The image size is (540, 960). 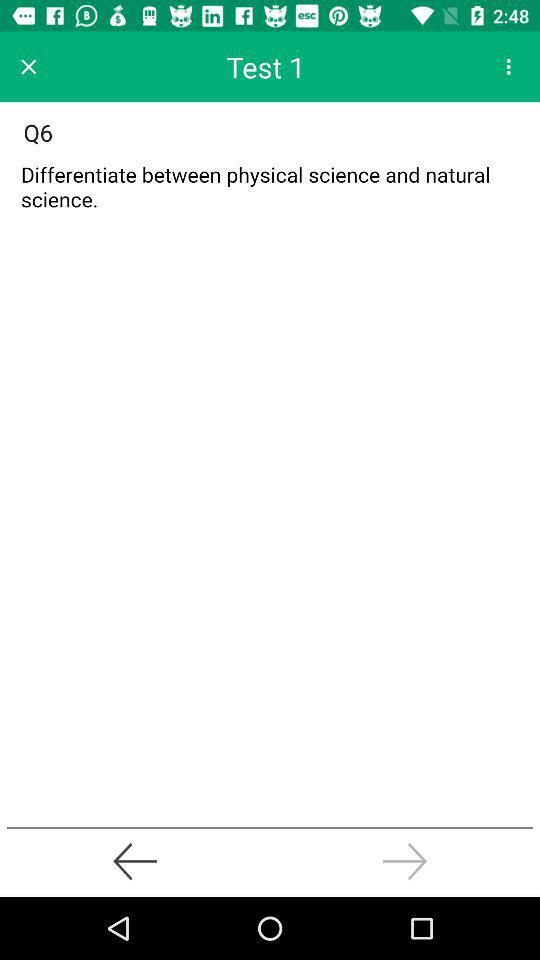 I want to click on go back, so click(x=135, y=860).